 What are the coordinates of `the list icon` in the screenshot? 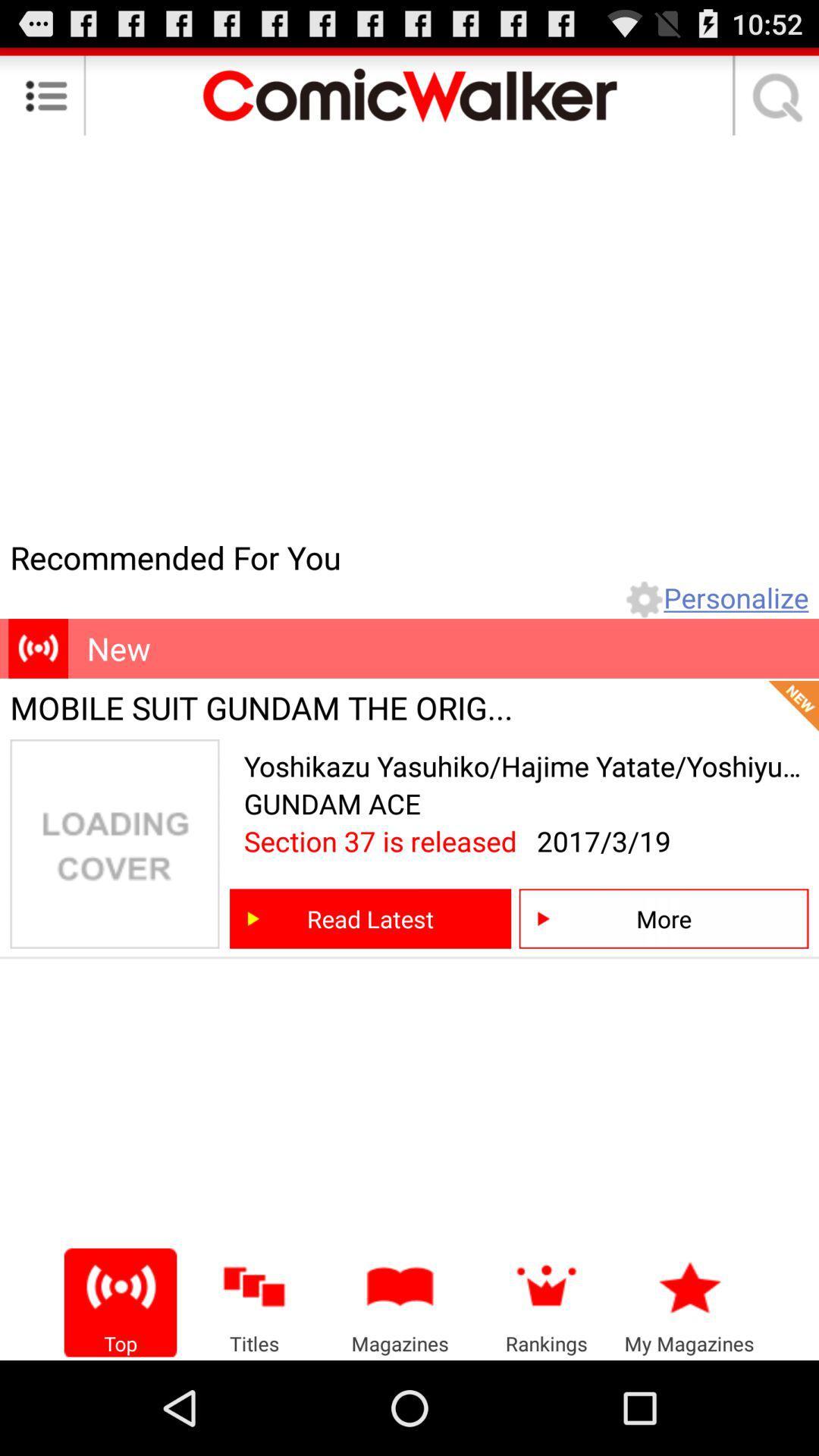 It's located at (45, 101).